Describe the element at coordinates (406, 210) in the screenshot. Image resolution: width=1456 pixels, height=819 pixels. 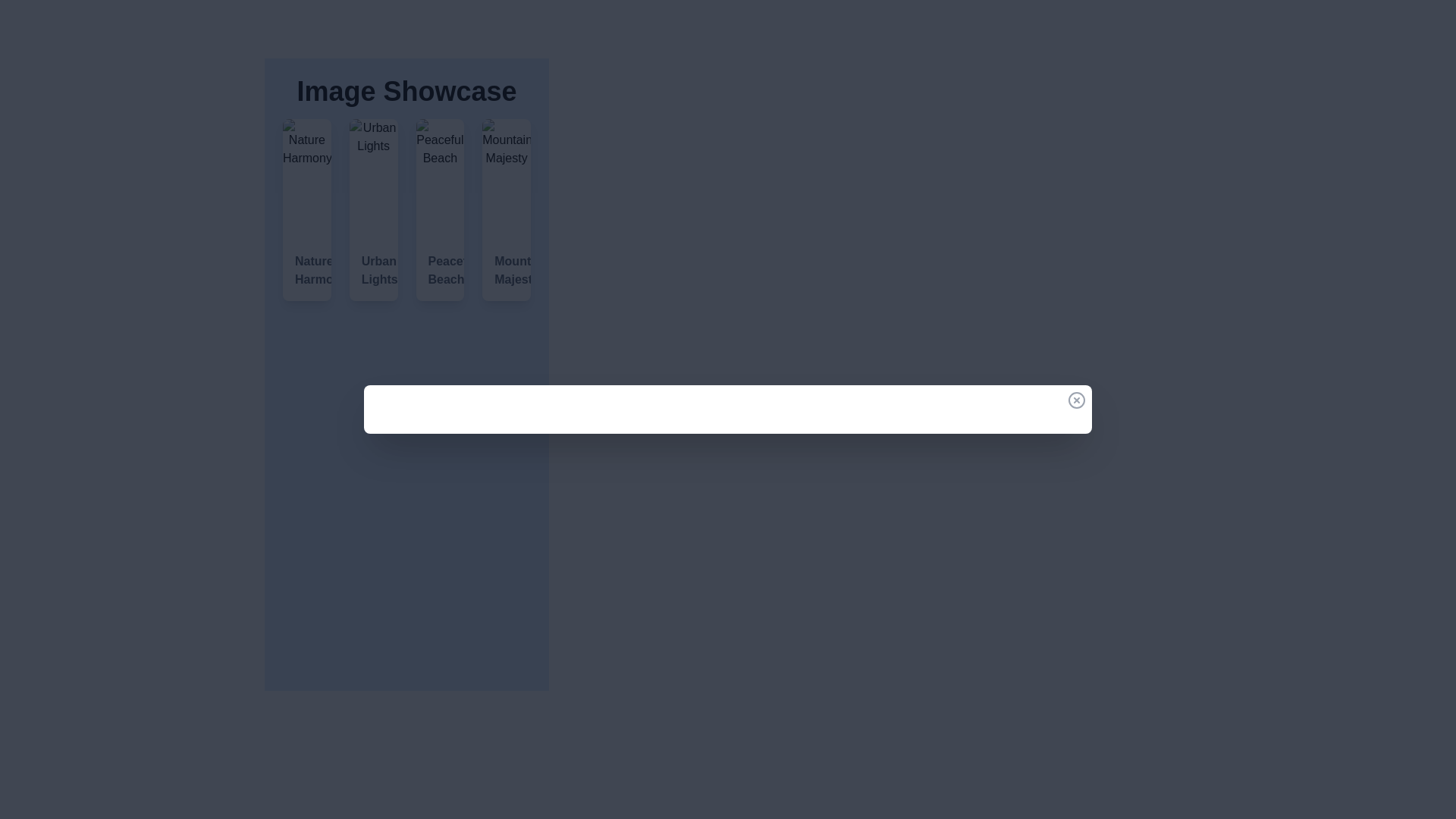
I see `the grid containing interactive cards to view images and titles, specifically the sections titled 'Nature Harmony', 'Urban Lights', 'Peaceful Beach', and 'Mountain Majesty'` at that location.